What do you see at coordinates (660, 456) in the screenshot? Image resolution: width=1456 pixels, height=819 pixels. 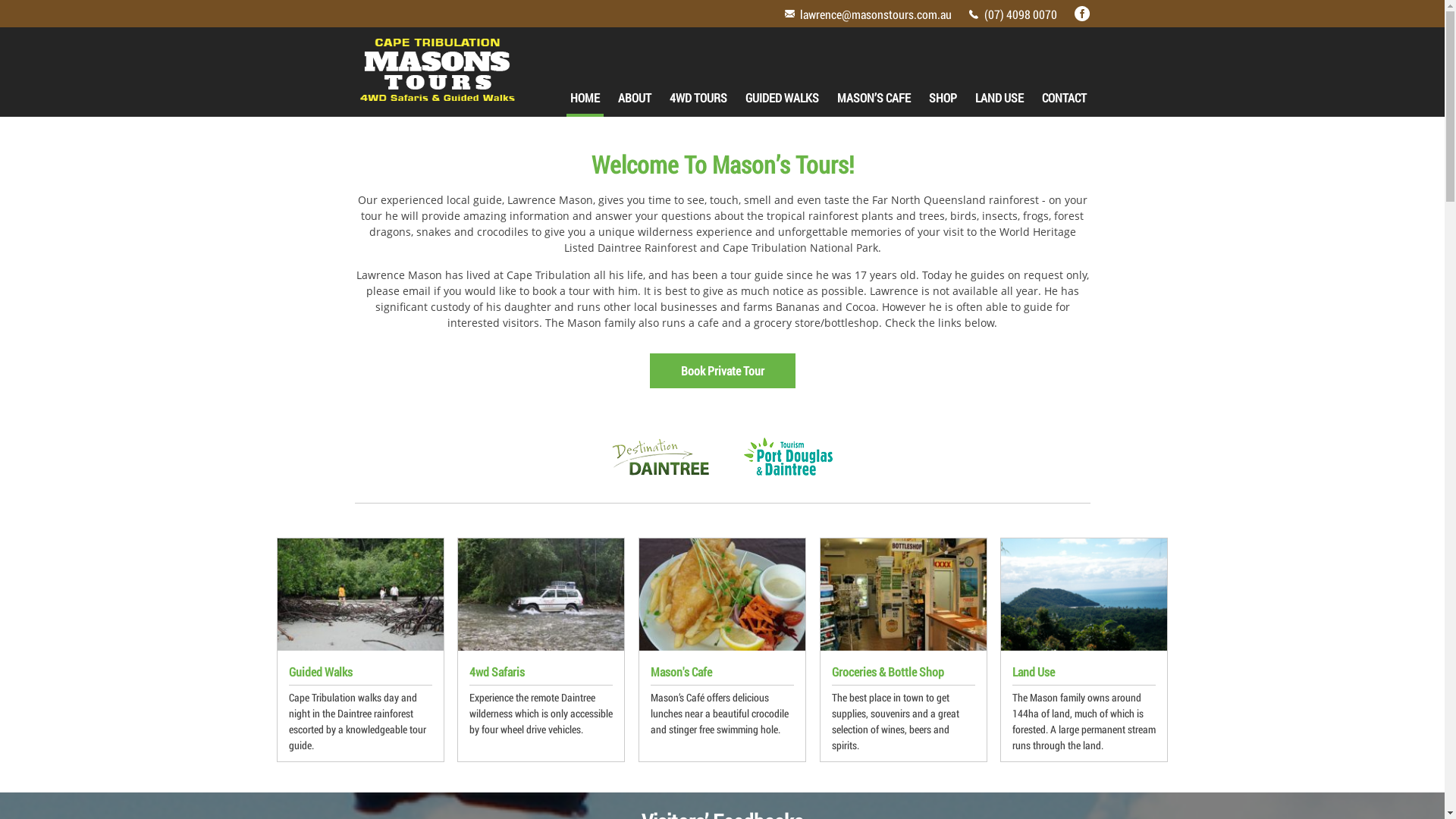 I see `'Destination Daintree'` at bounding box center [660, 456].